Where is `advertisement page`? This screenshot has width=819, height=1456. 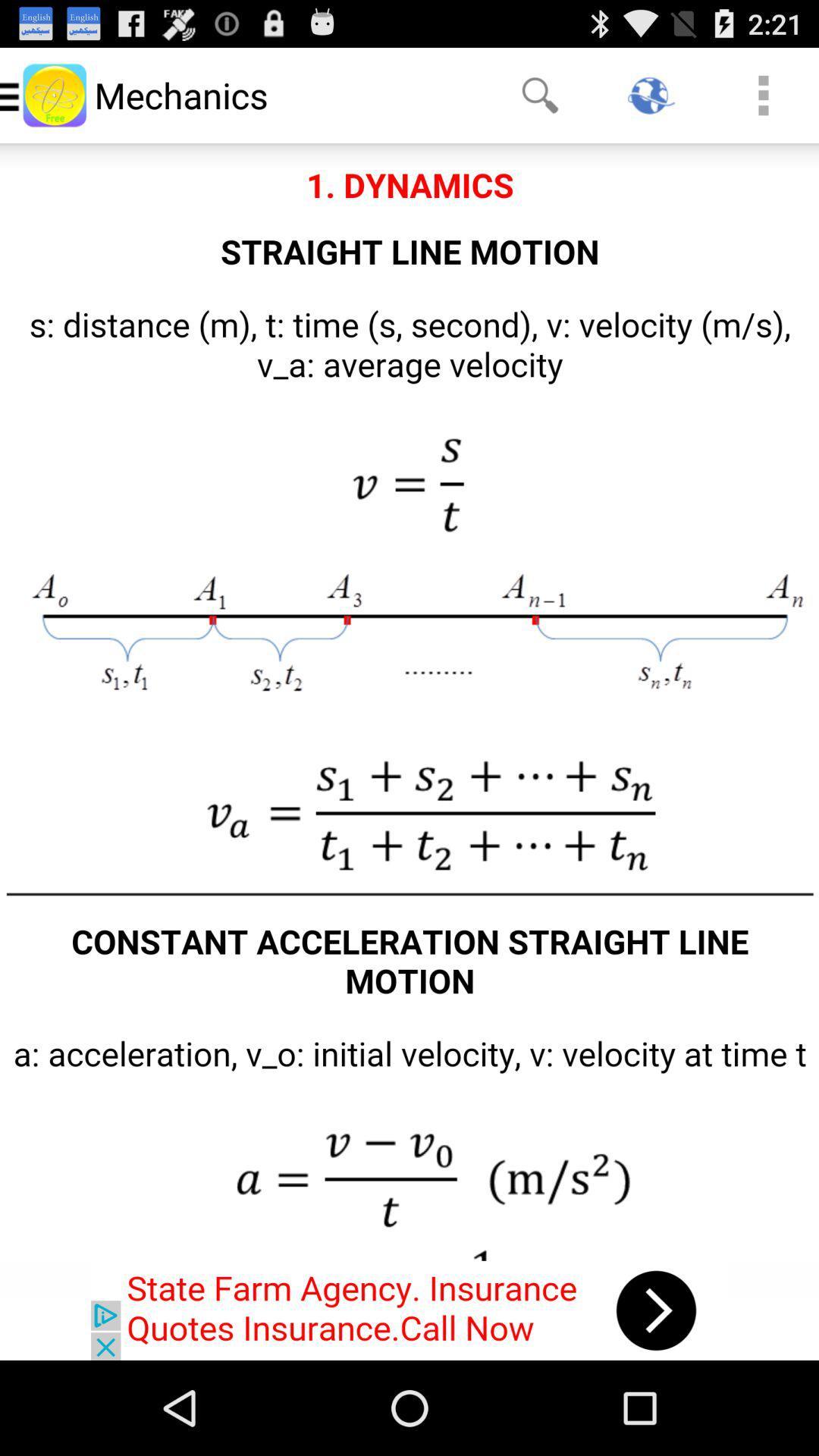 advertisement page is located at coordinates (409, 1310).